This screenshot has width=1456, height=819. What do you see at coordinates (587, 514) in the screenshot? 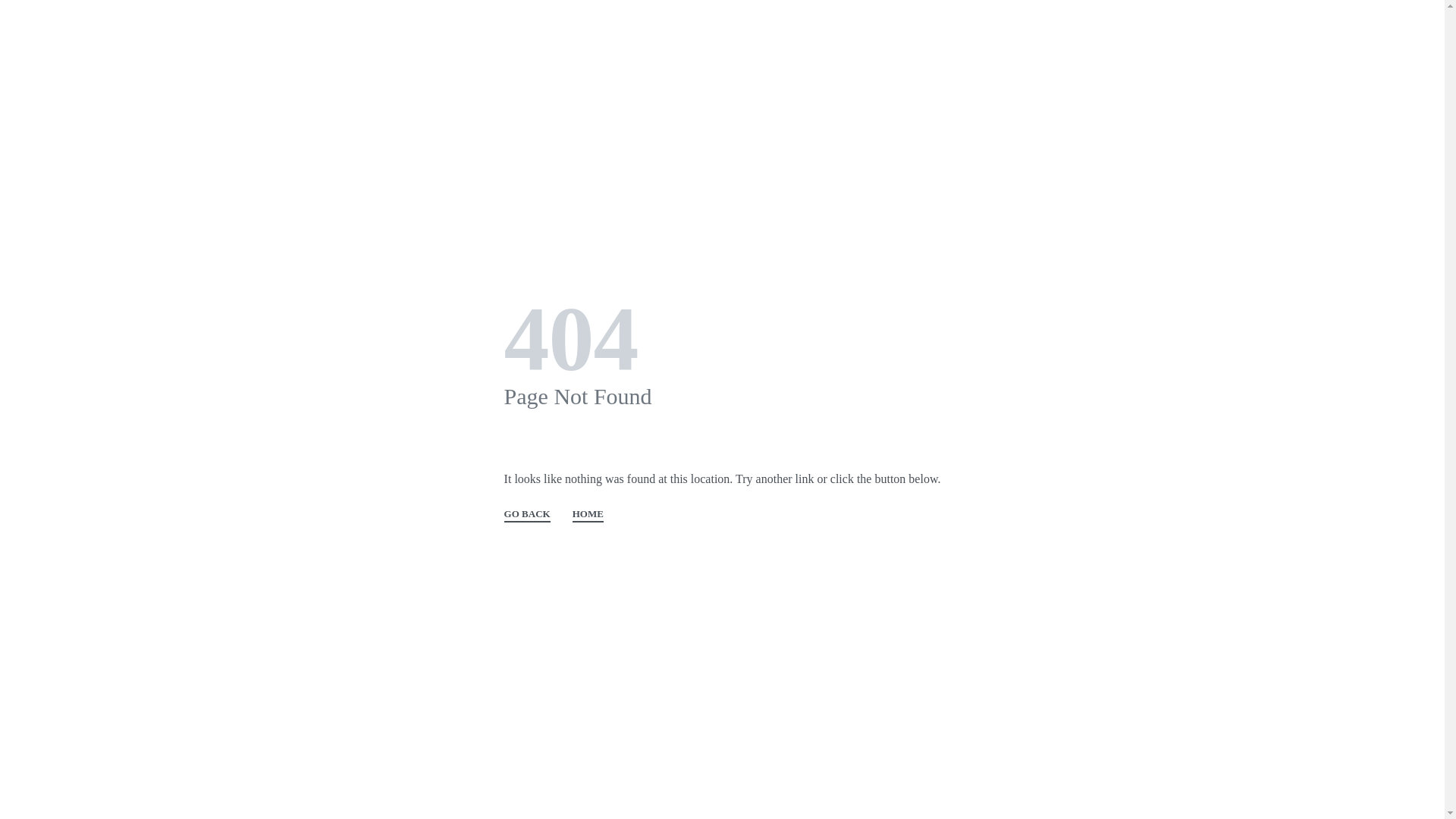
I see `'HOME'` at bounding box center [587, 514].